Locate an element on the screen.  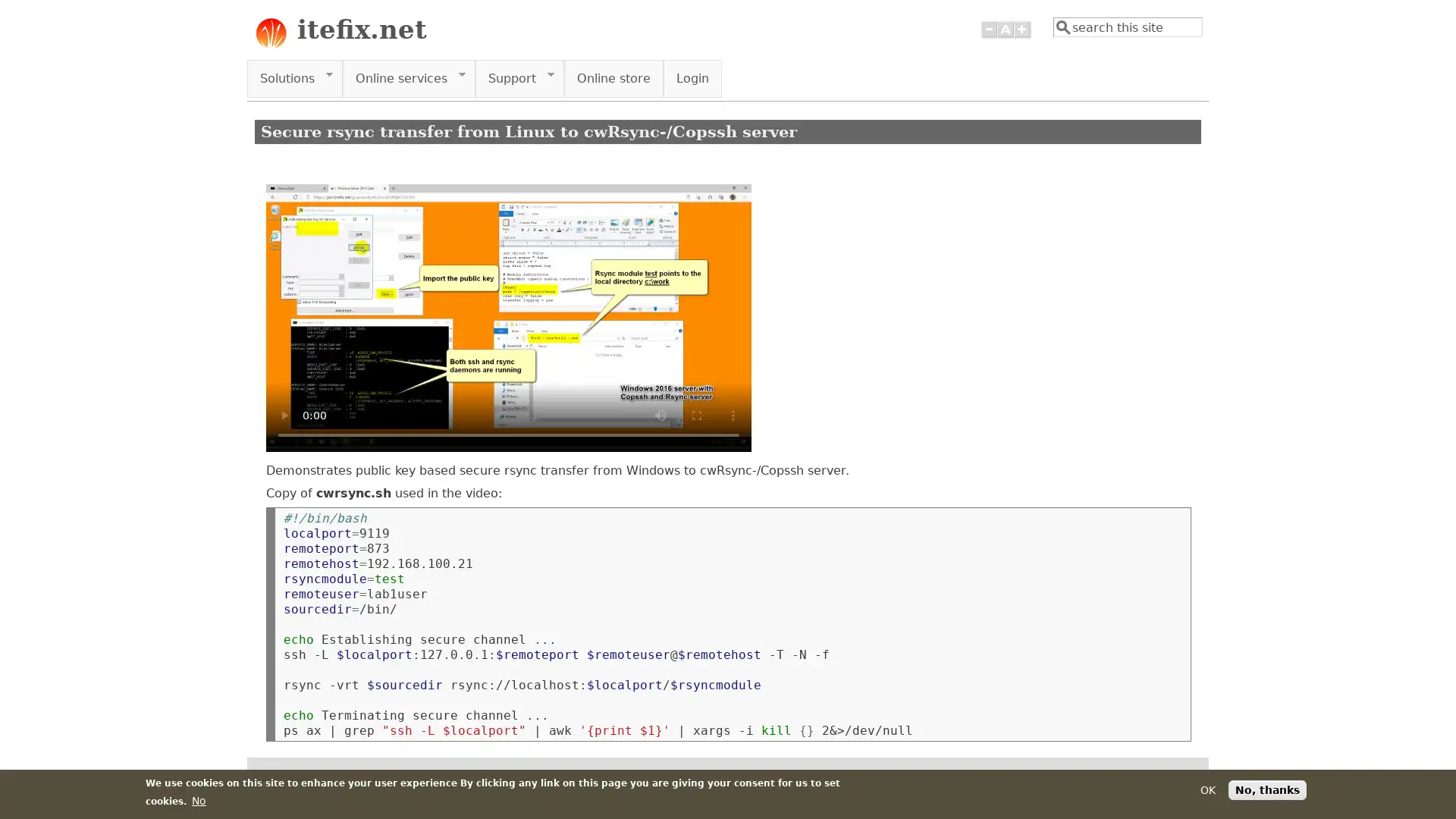
enter full screen is located at coordinates (695, 415).